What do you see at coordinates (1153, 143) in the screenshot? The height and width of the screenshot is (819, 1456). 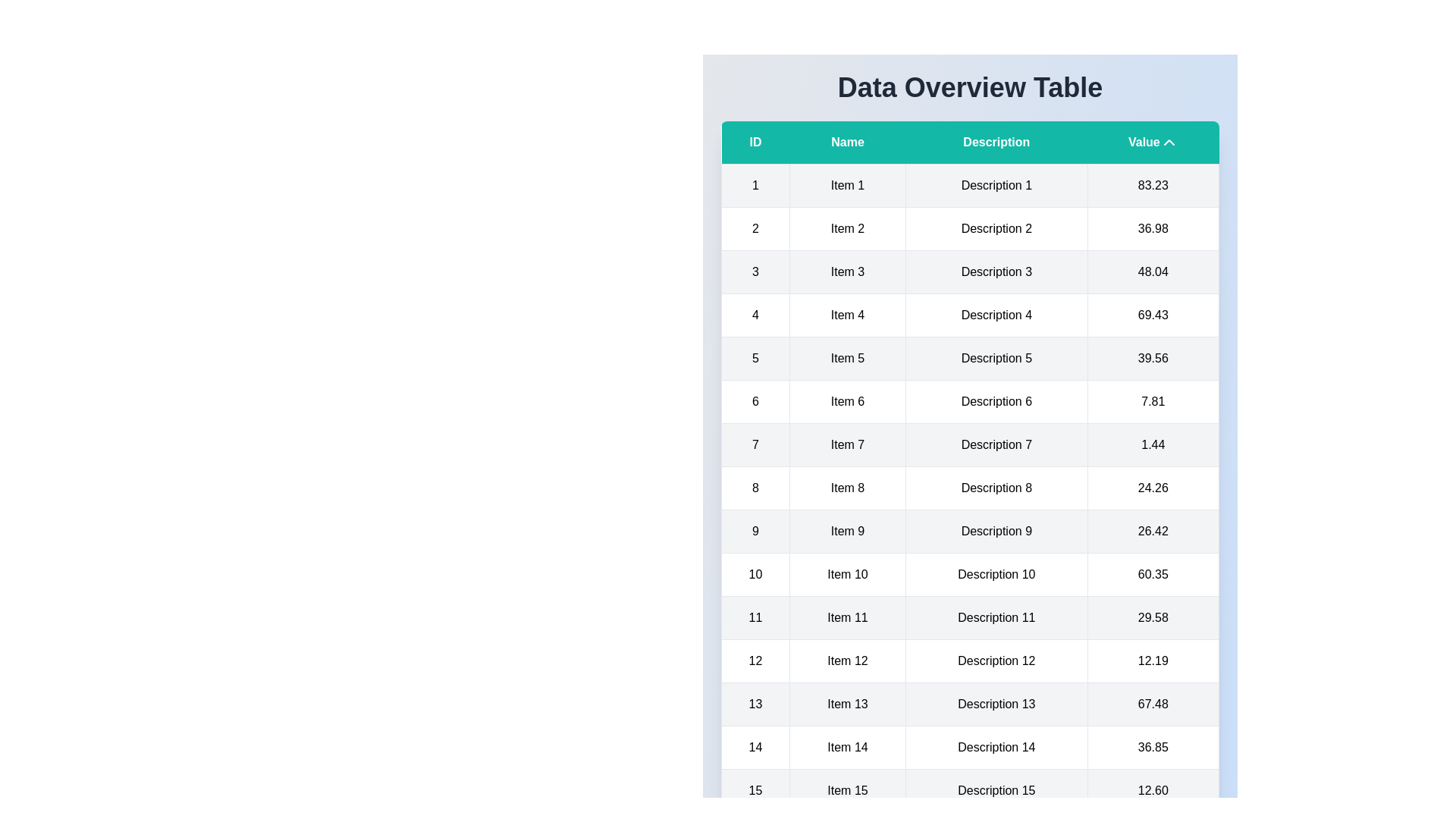 I see `the 'Value' column header to sort the table` at bounding box center [1153, 143].